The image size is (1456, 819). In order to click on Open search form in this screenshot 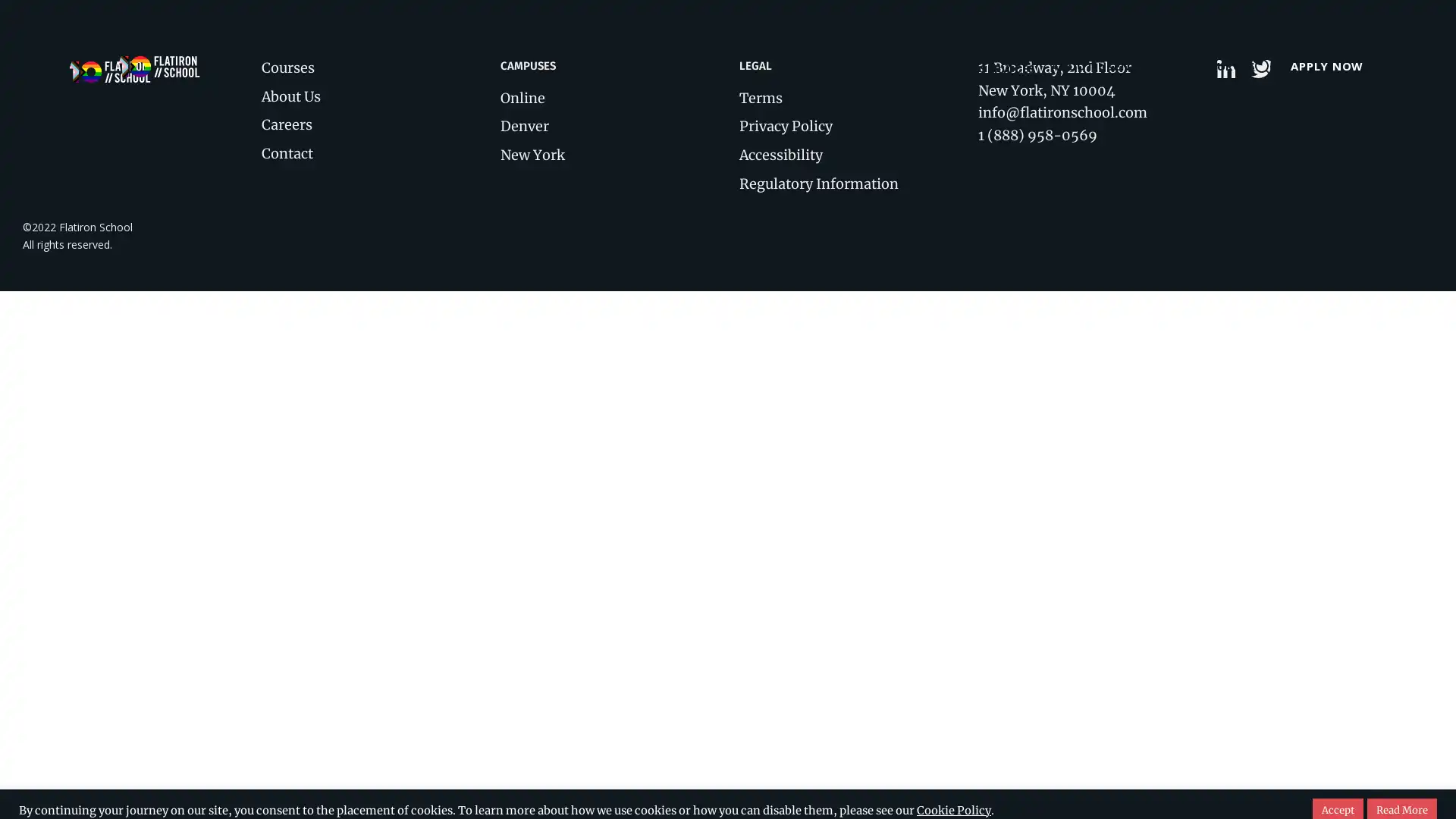, I will do `click(1247, 65)`.